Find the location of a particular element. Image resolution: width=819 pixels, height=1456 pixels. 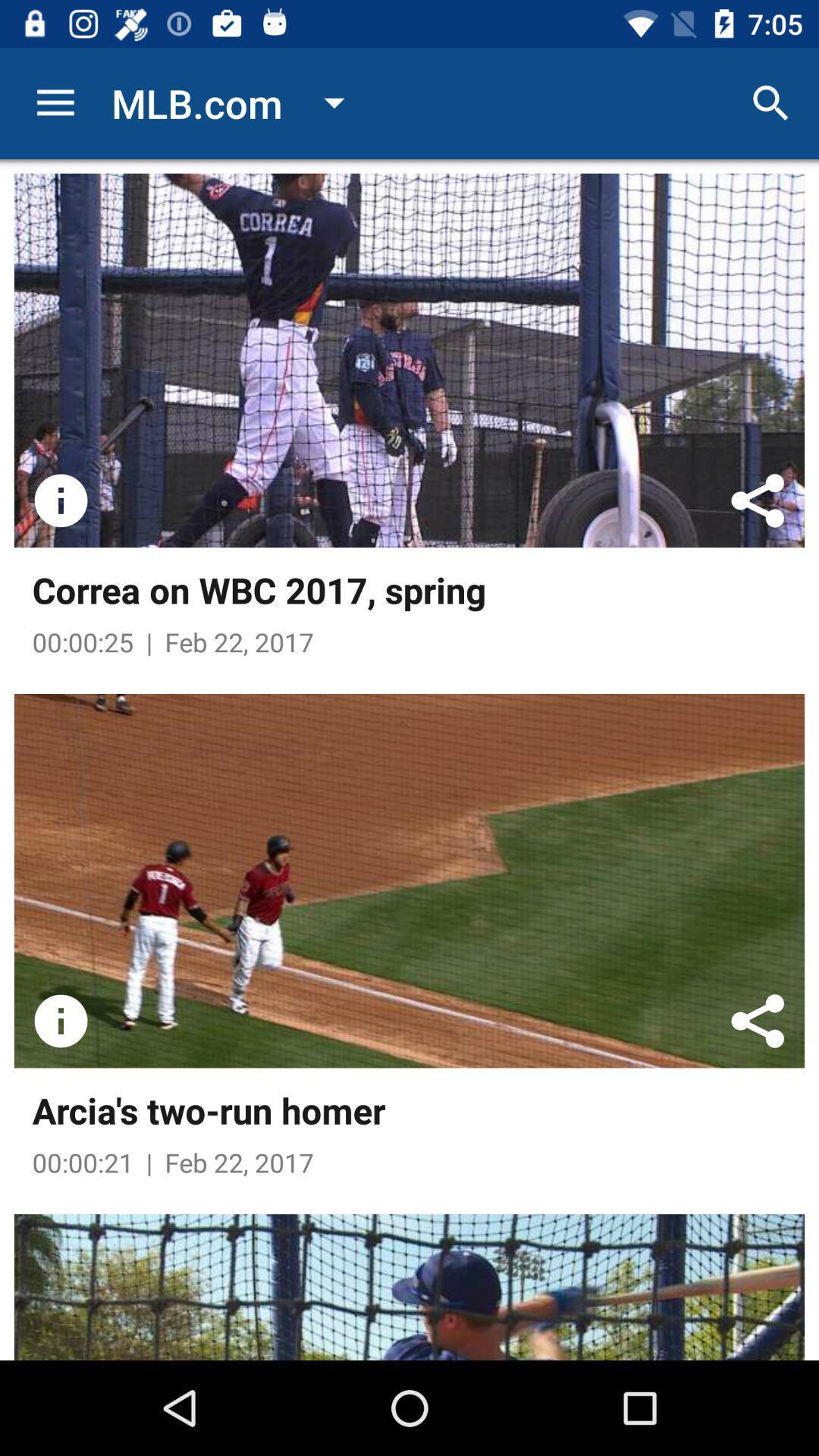

share the article is located at coordinates (758, 500).